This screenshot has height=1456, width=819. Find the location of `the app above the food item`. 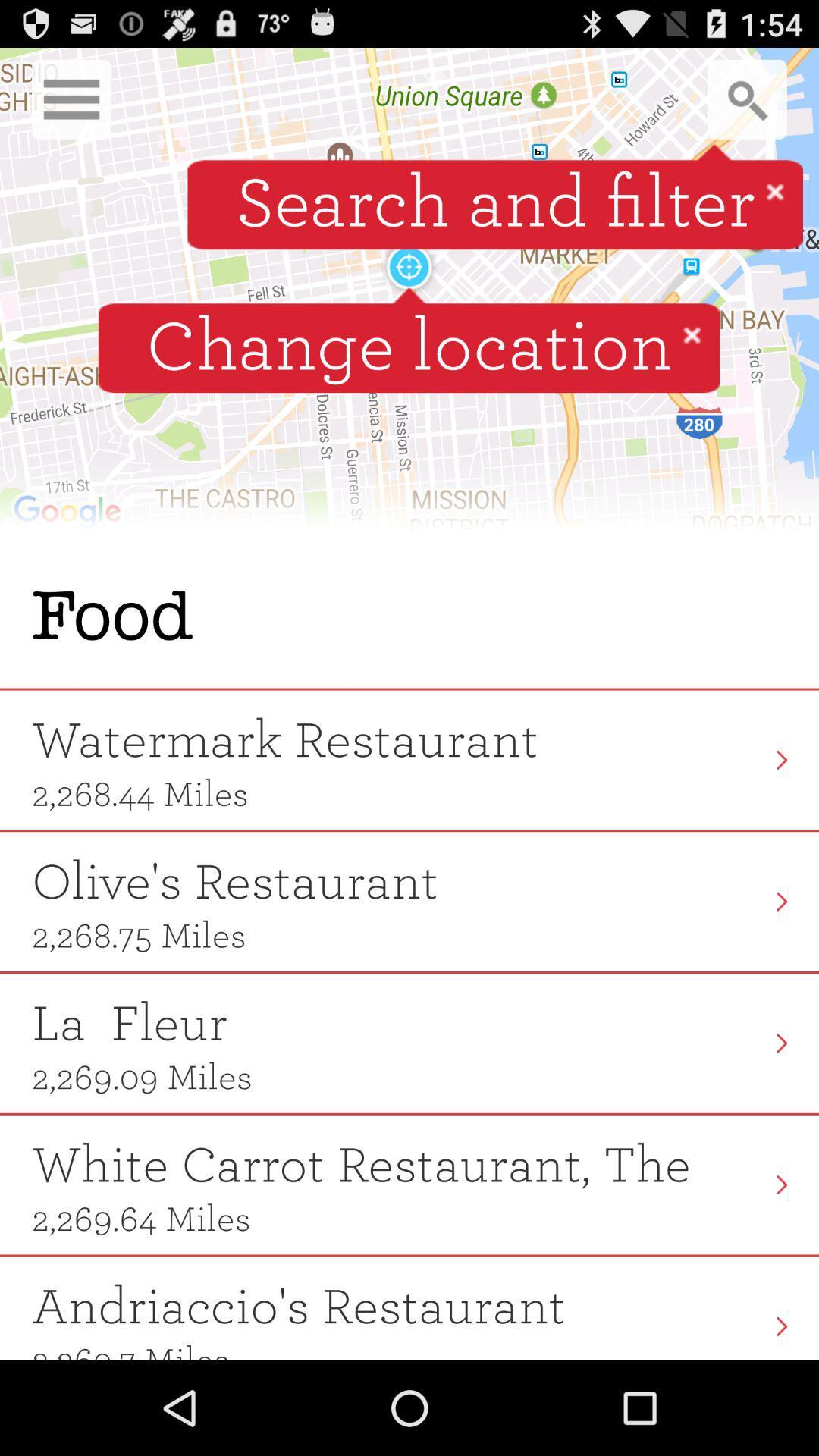

the app above the food item is located at coordinates (409, 297).